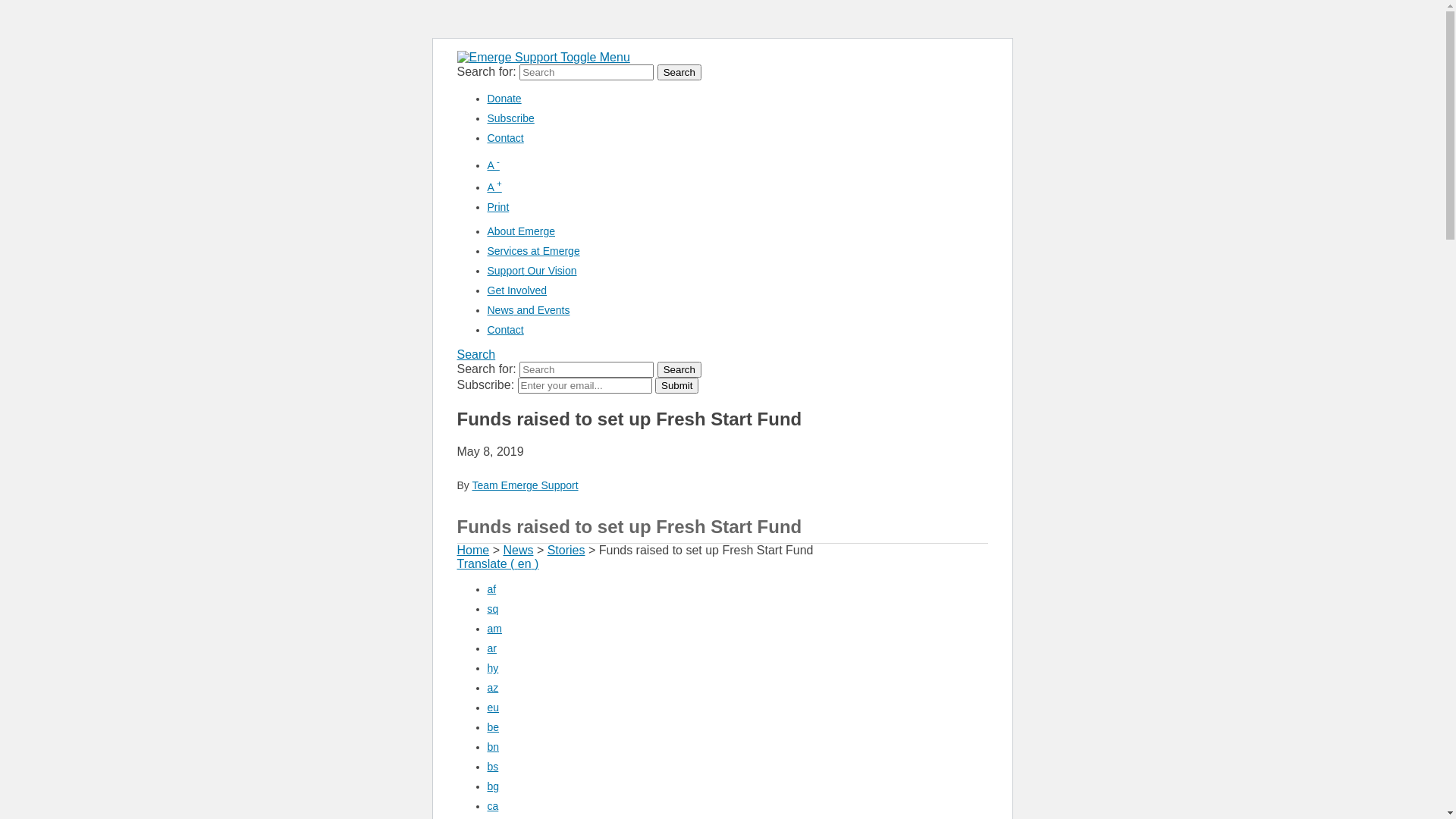 The width and height of the screenshot is (1456, 819). What do you see at coordinates (517, 550) in the screenshot?
I see `'News'` at bounding box center [517, 550].